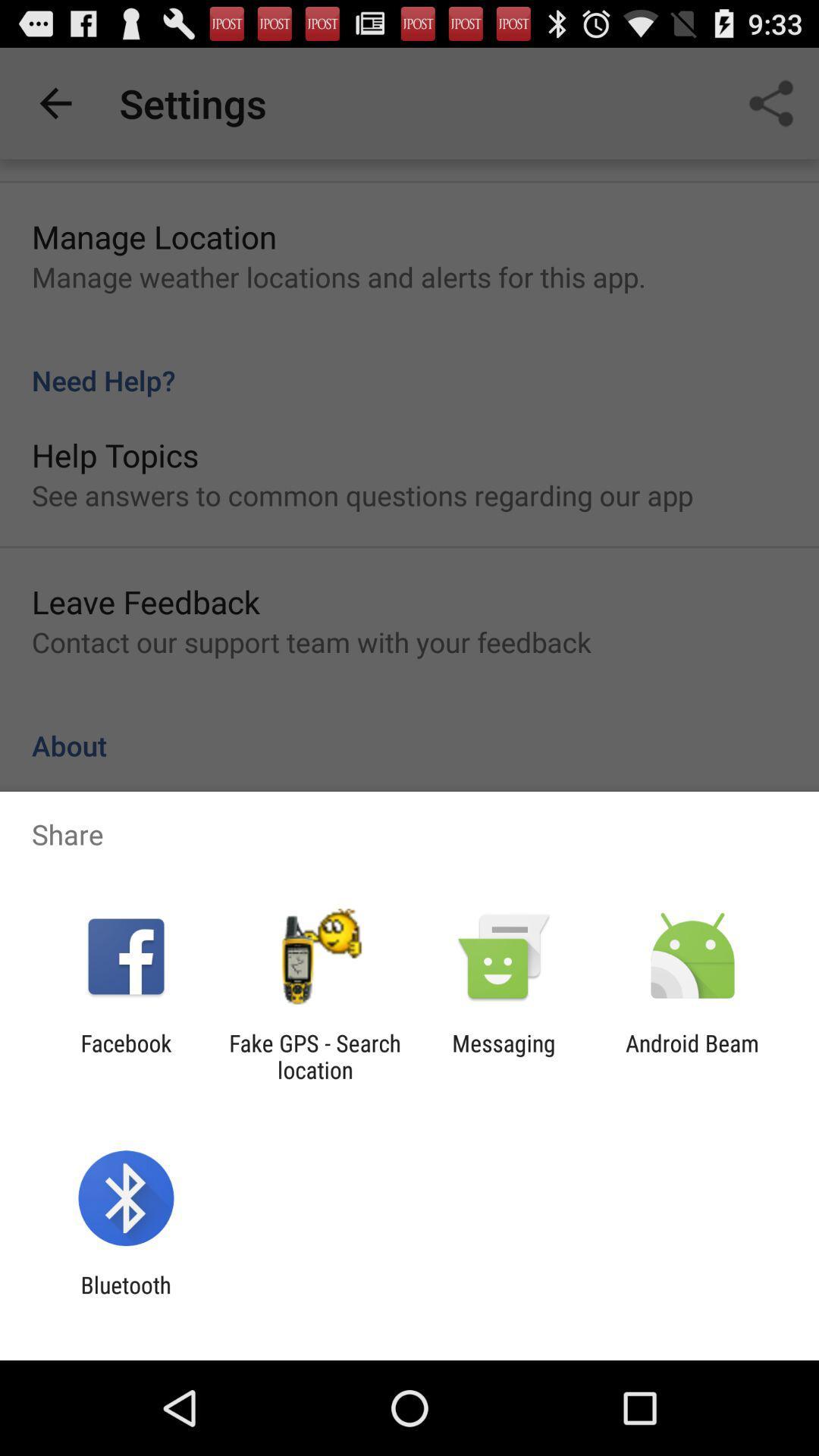  What do you see at coordinates (314, 1056) in the screenshot?
I see `app to the left of the messaging item` at bounding box center [314, 1056].